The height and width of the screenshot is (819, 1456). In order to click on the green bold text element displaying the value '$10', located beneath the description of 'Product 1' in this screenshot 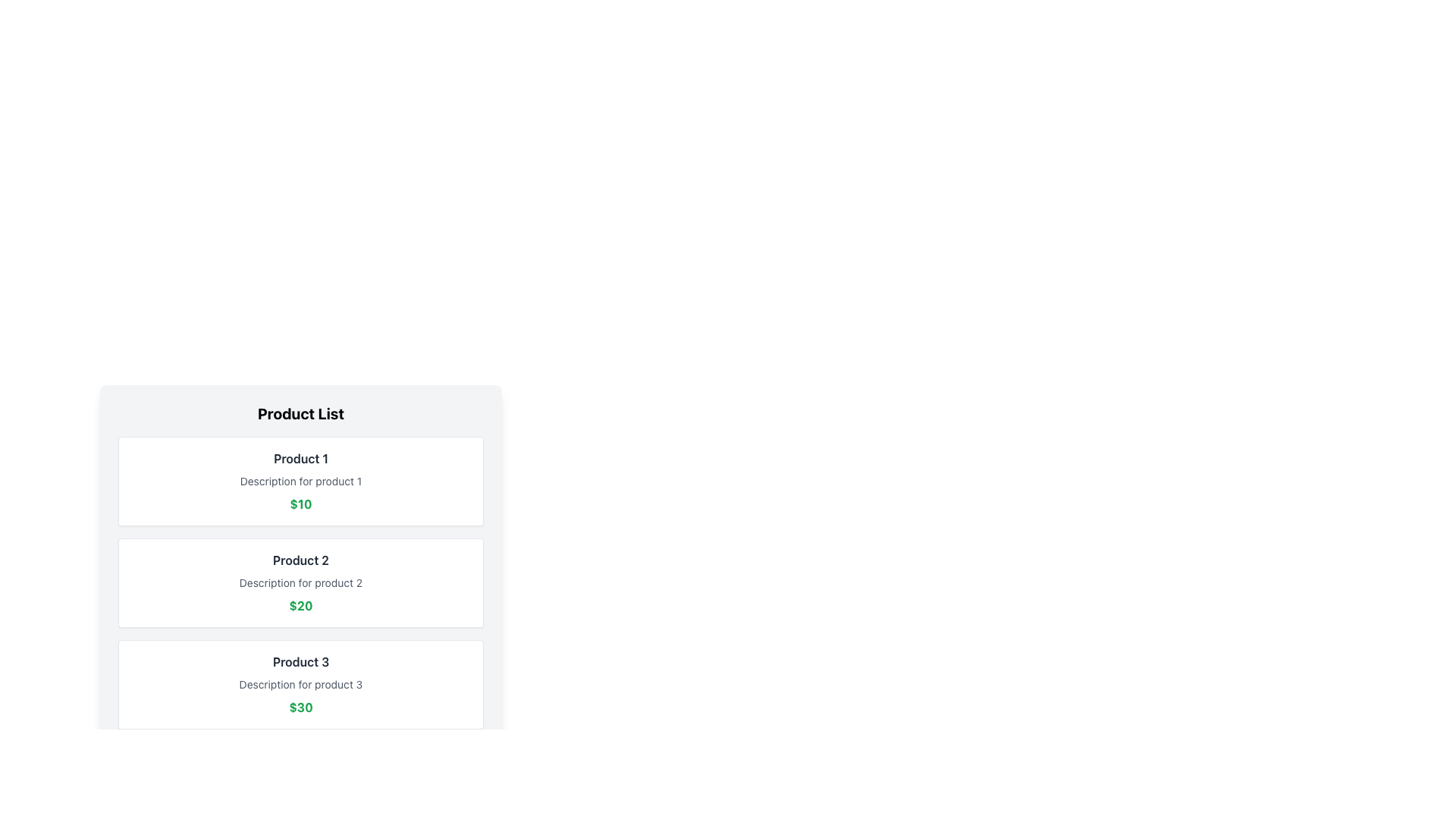, I will do `click(301, 504)`.